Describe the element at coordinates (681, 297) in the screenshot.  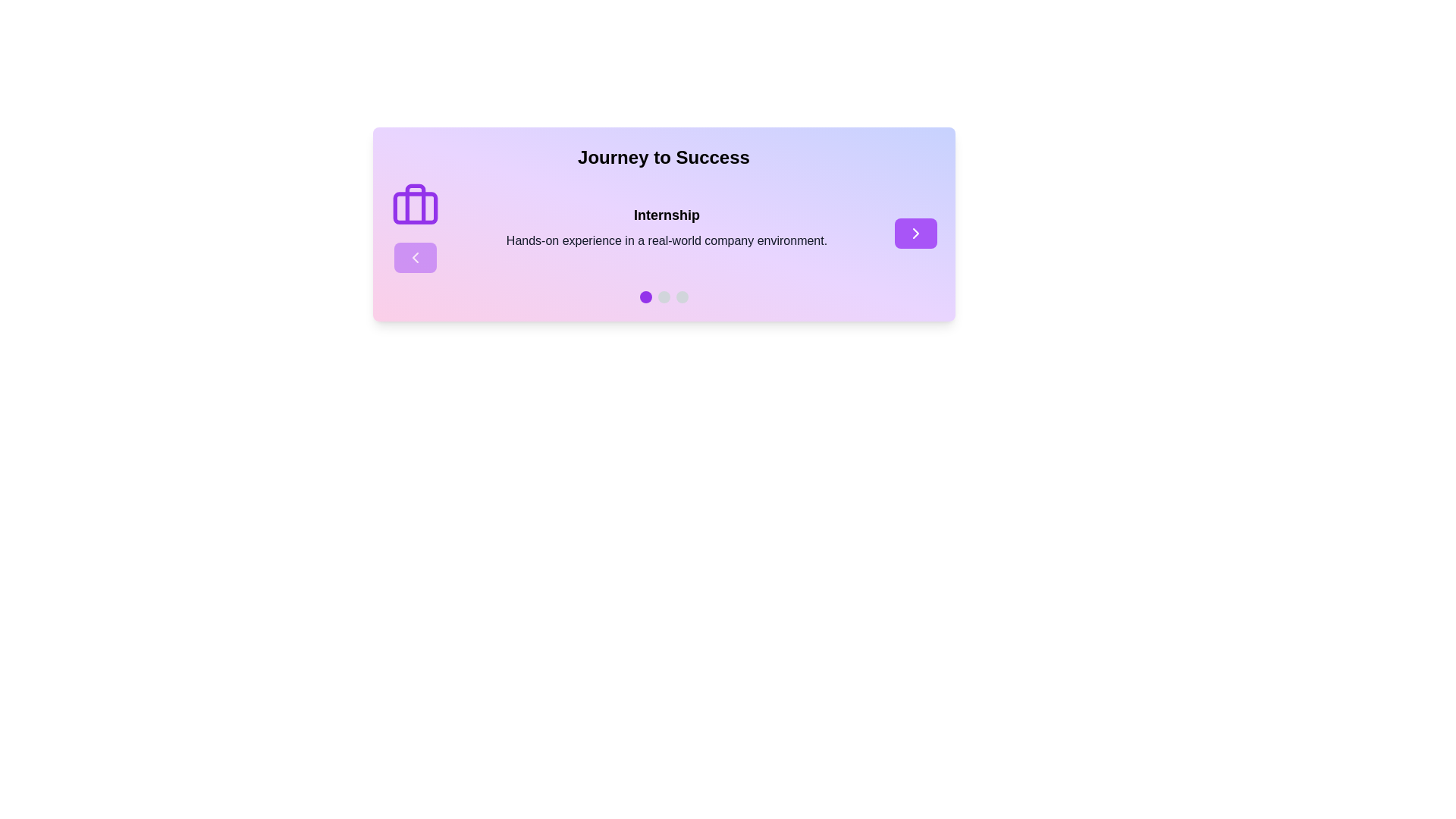
I see `the third circular navigation indicator` at that location.